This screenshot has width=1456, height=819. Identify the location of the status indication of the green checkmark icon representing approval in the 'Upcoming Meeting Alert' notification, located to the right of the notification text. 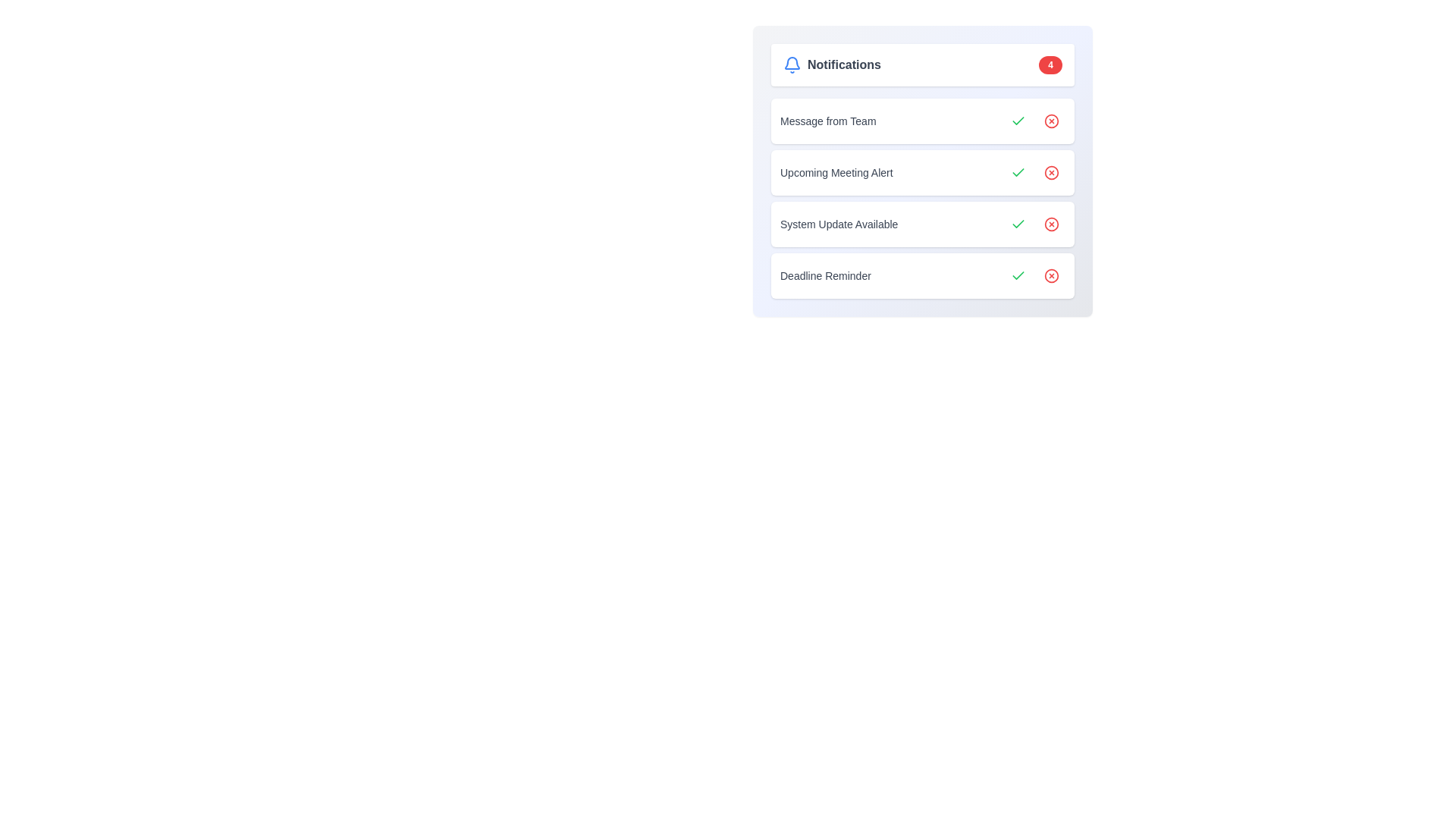
(1018, 119).